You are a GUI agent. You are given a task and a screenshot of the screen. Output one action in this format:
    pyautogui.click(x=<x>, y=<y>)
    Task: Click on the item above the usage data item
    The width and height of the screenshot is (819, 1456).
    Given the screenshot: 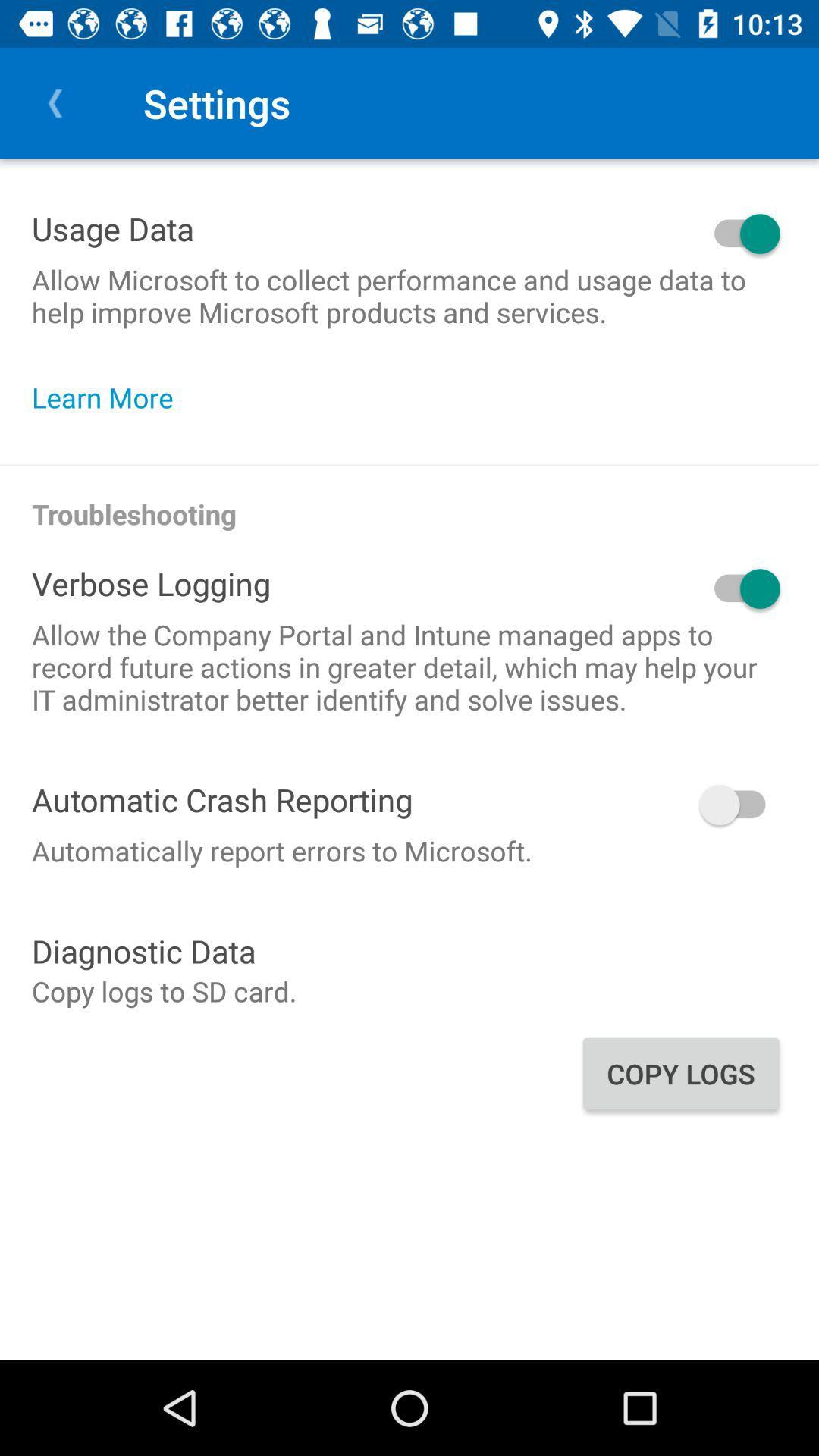 What is the action you would take?
    pyautogui.click(x=55, y=102)
    